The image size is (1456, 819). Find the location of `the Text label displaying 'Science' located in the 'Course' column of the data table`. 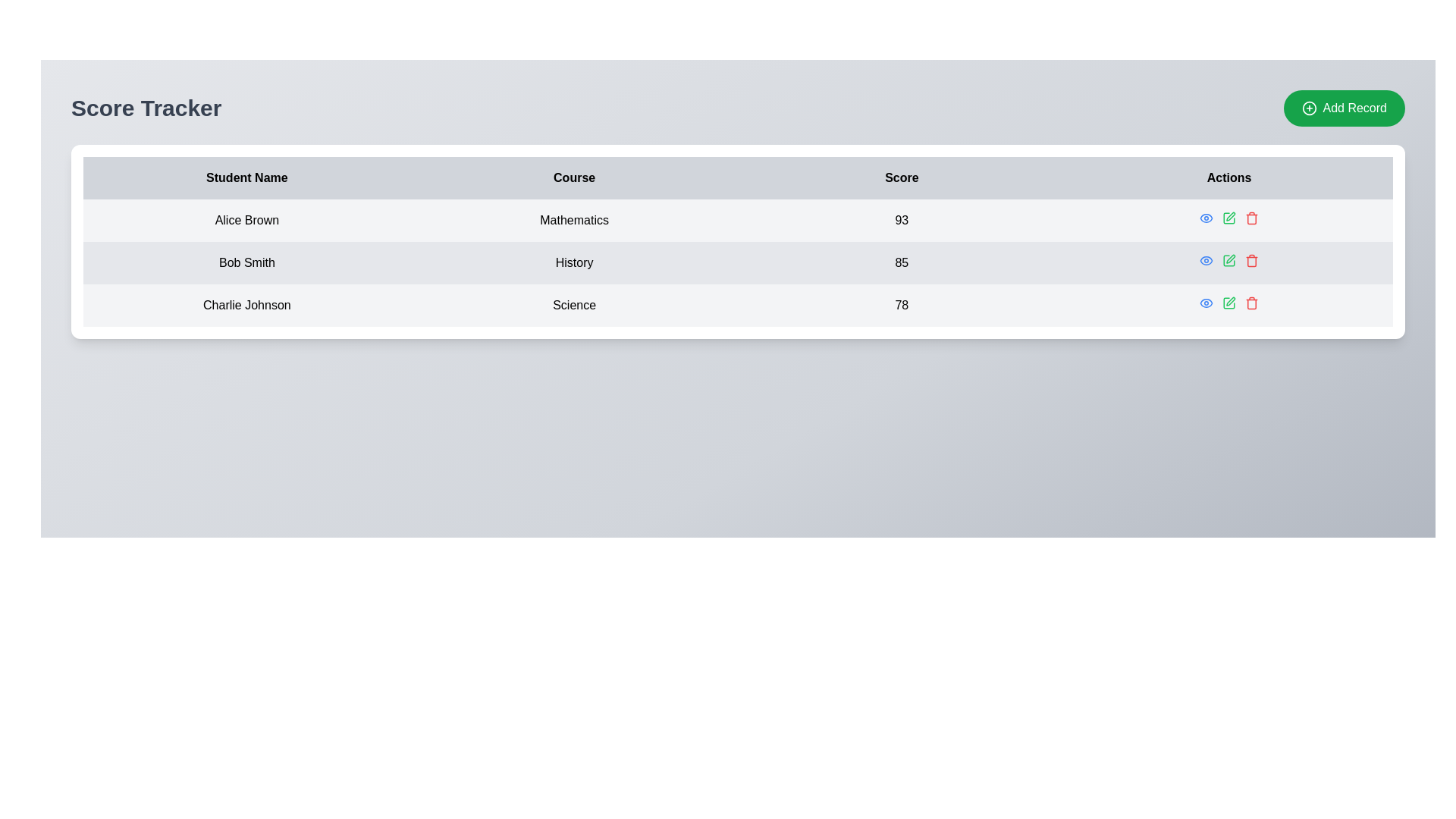

the Text label displaying 'Science' located in the 'Course' column of the data table is located at coordinates (573, 305).